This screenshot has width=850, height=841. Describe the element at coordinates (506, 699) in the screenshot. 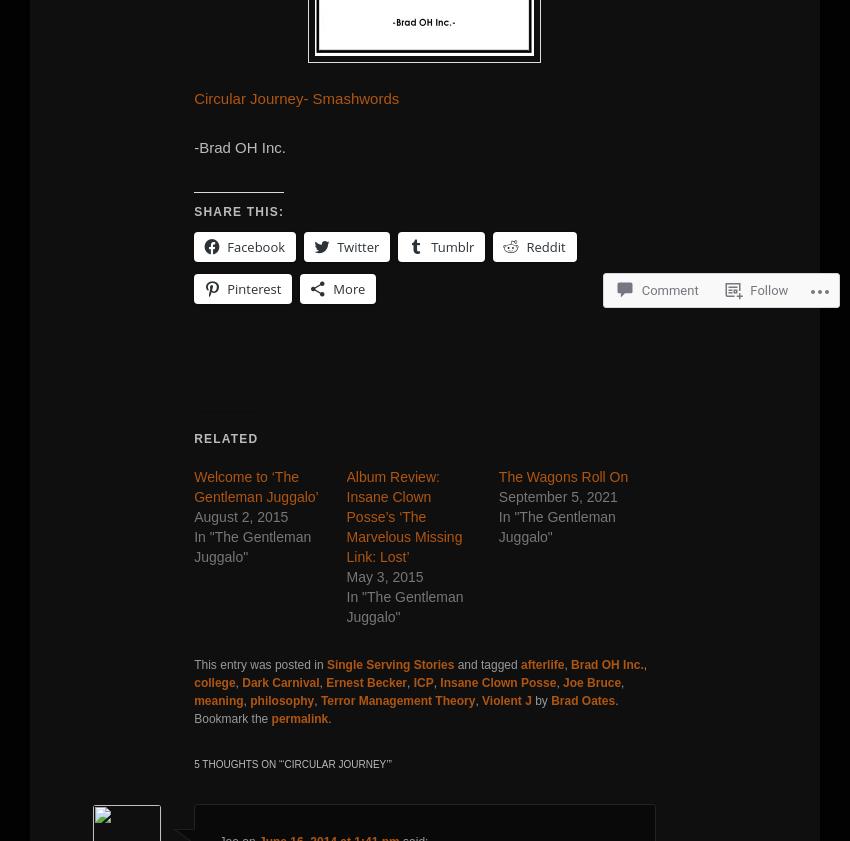

I see `'Violent J'` at that location.